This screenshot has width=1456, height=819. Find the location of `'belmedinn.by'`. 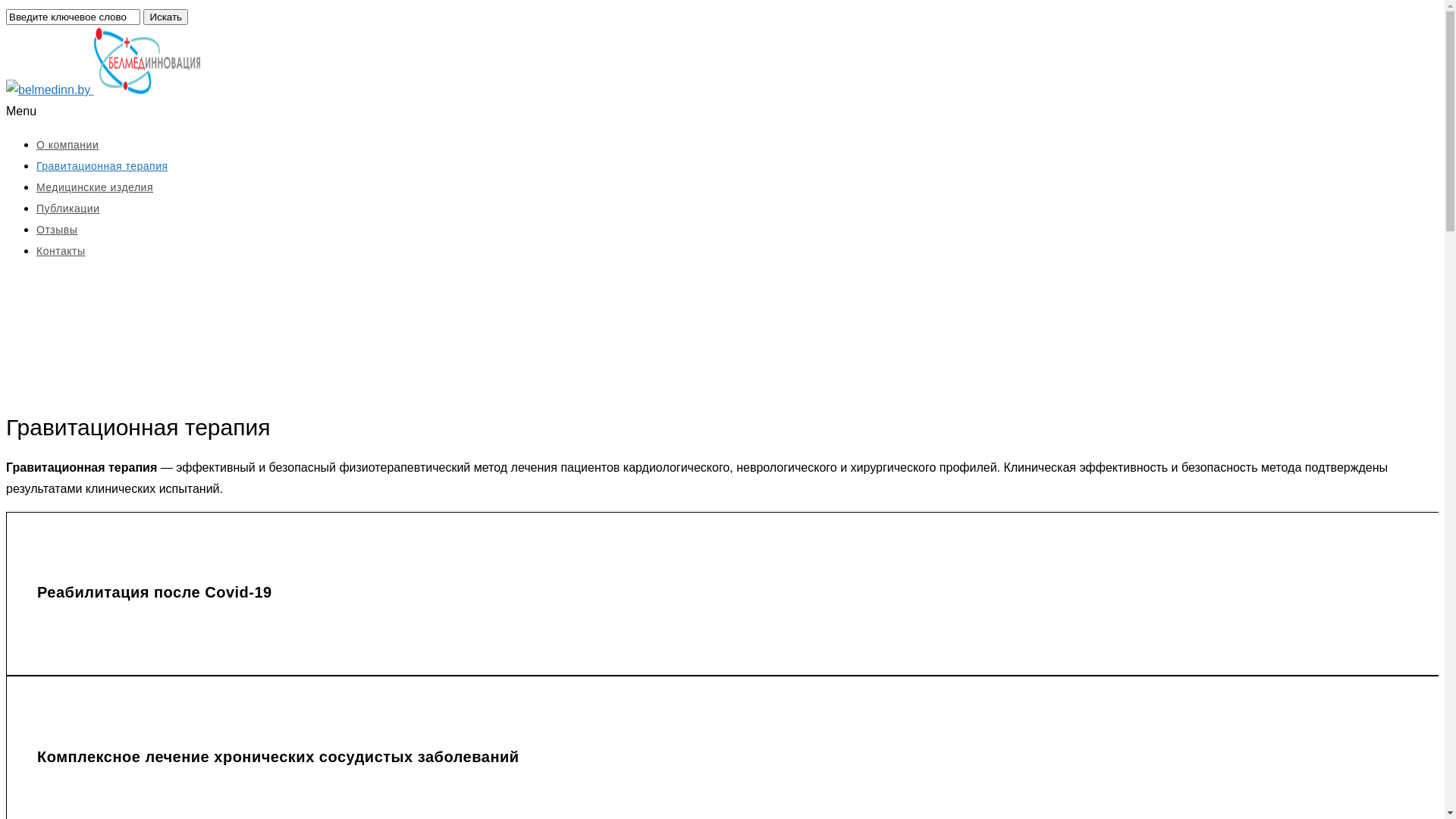

'belmedinn.by' is located at coordinates (48, 90).